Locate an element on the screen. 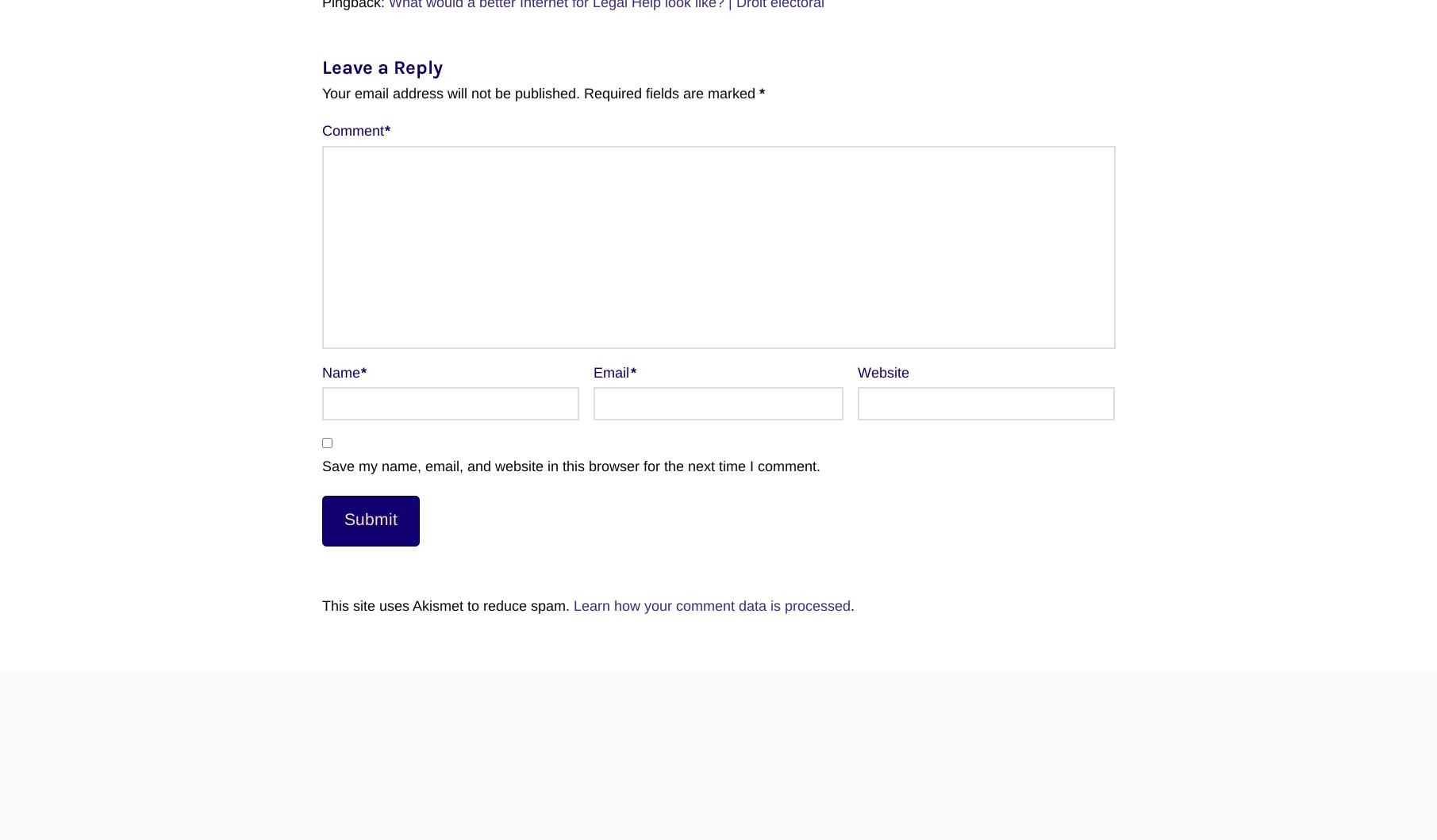 The height and width of the screenshot is (840, 1437). 'Your email address will not be published.' is located at coordinates (449, 92).